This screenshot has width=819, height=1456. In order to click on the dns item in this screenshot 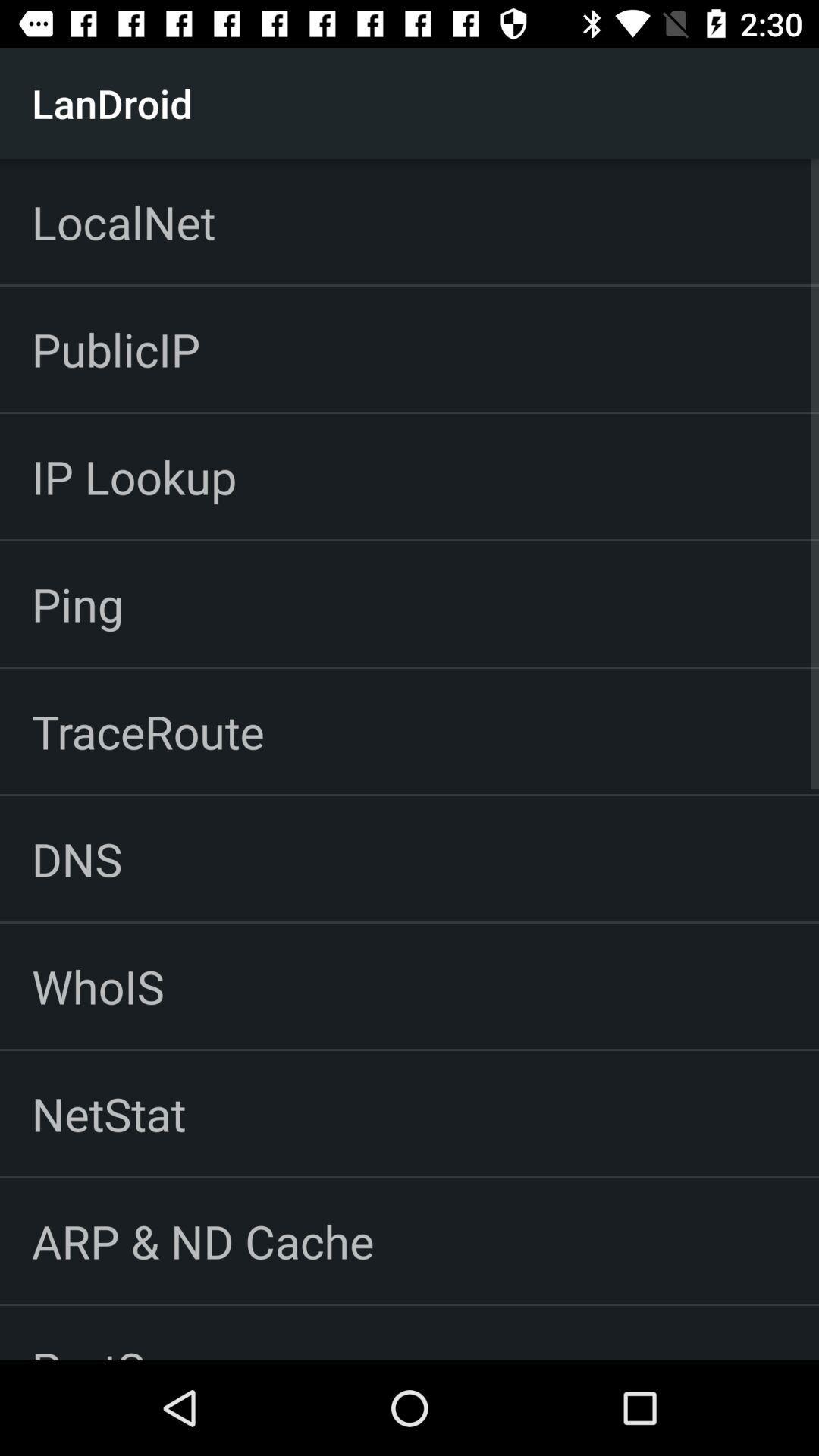, I will do `click(77, 858)`.